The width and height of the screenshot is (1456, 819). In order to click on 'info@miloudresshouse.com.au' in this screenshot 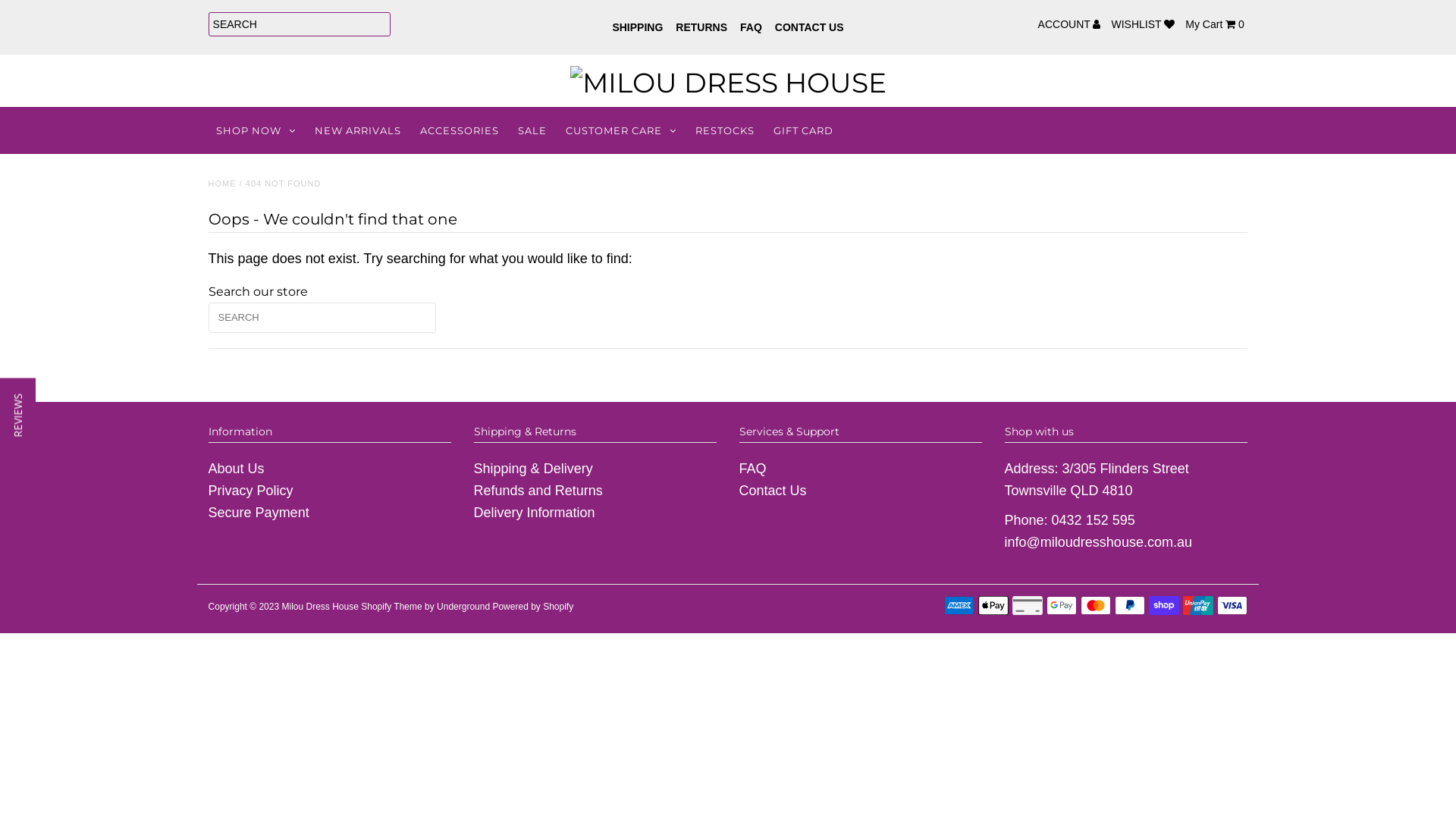, I will do `click(1004, 541)`.